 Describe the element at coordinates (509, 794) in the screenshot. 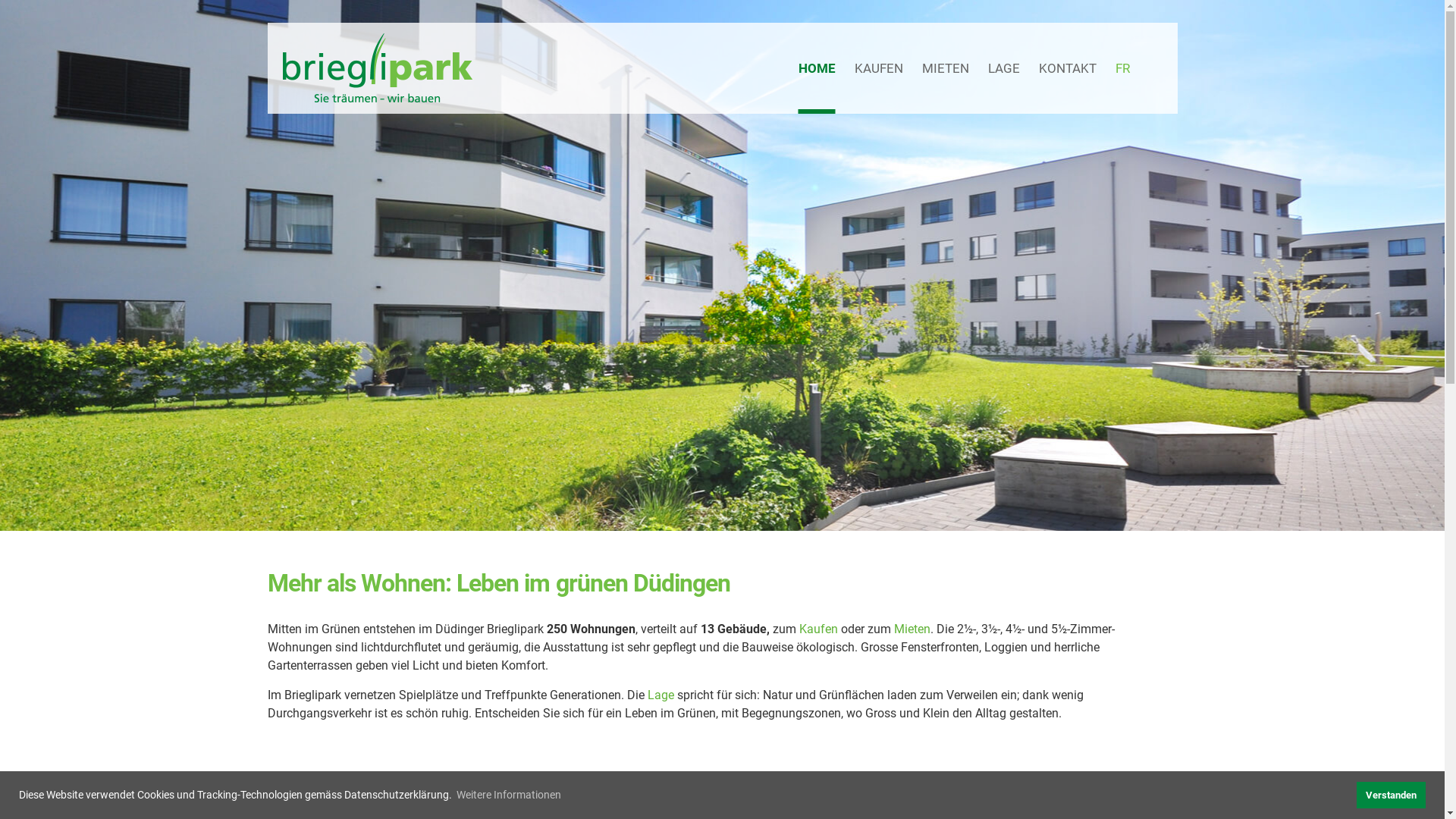

I see `'Weitere Informationen'` at that location.